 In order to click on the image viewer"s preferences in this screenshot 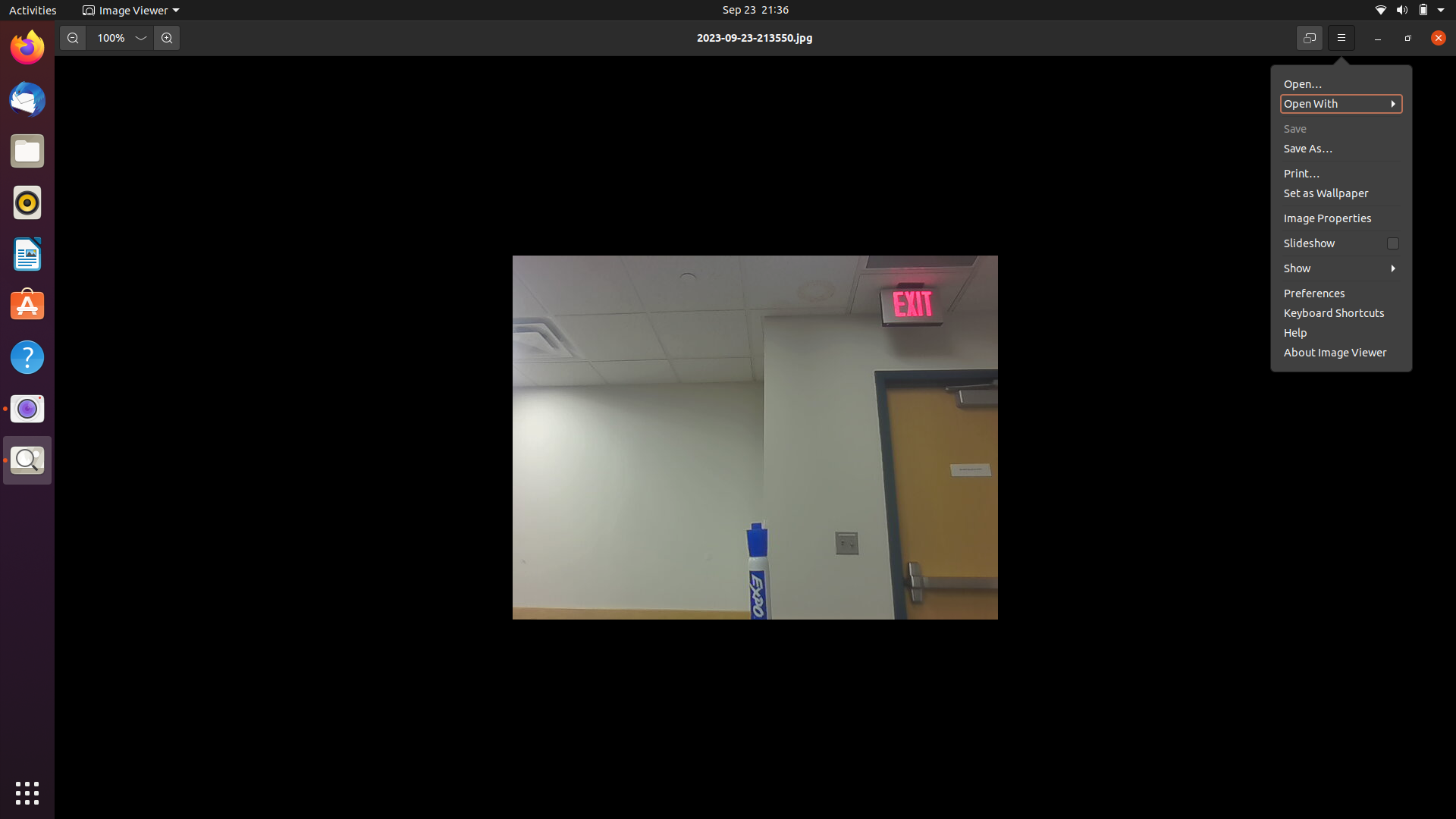, I will do `click(1335, 350)`.